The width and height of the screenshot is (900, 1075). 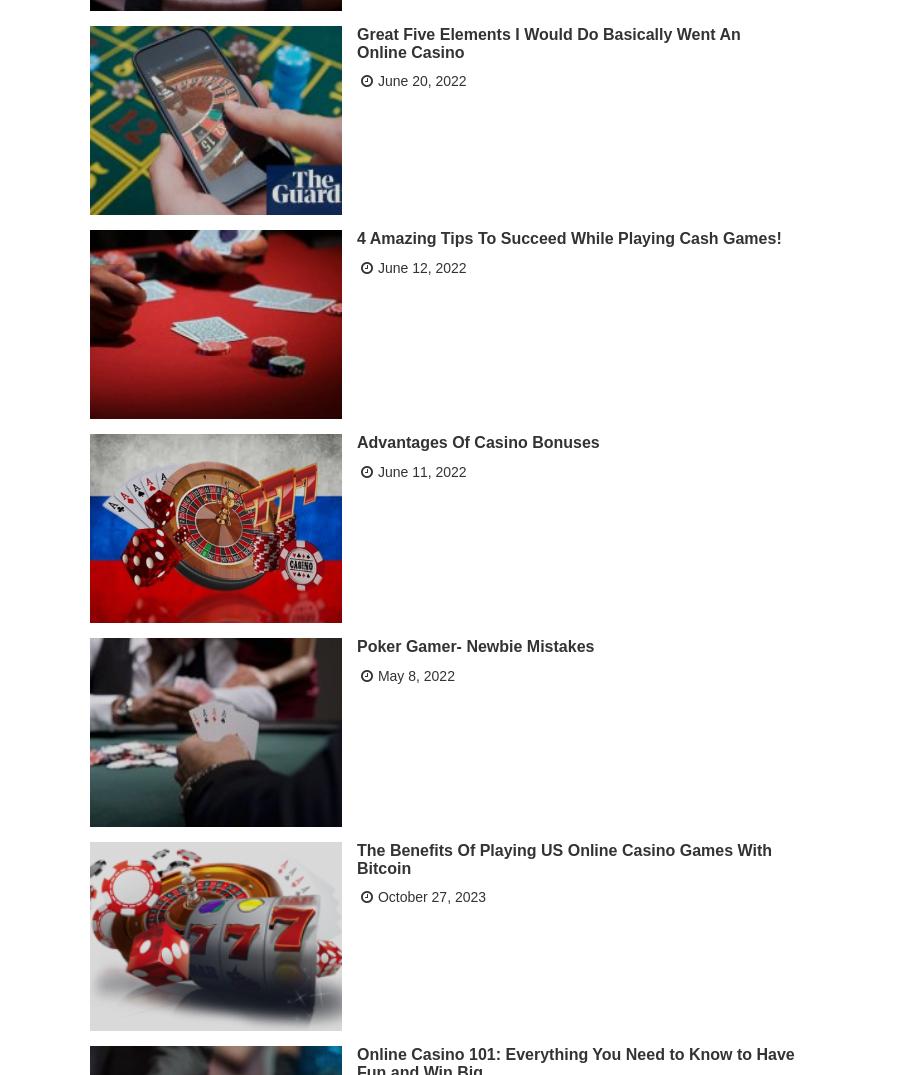 I want to click on 'The Benefits Of Playing US Online Casino Games With Bitcoin', so click(x=564, y=857).